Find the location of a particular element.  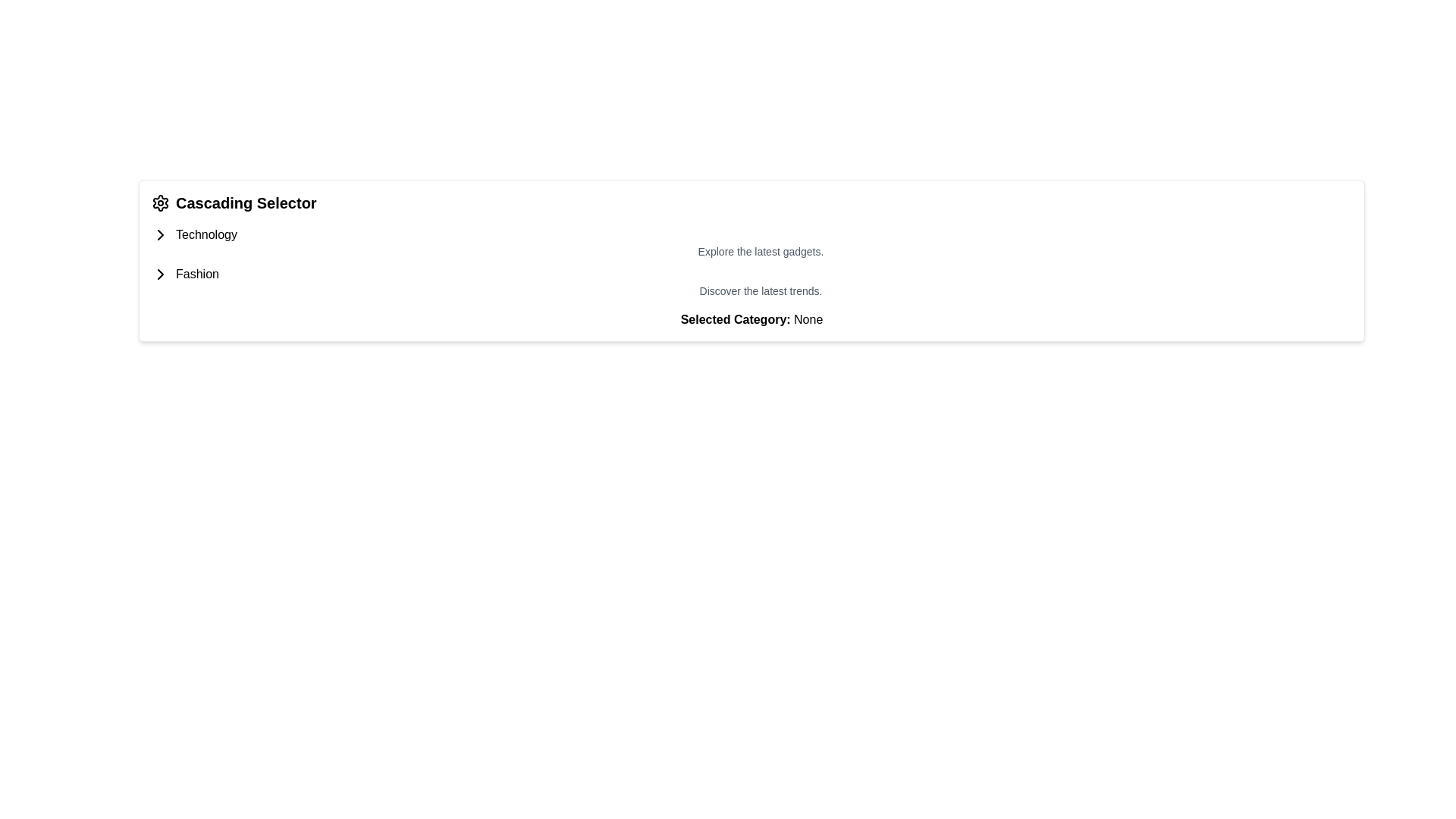

the label indicating the current category selection area, which displays 'Selected Category: None' and is located in the center-right of the interface is located at coordinates (736, 318).